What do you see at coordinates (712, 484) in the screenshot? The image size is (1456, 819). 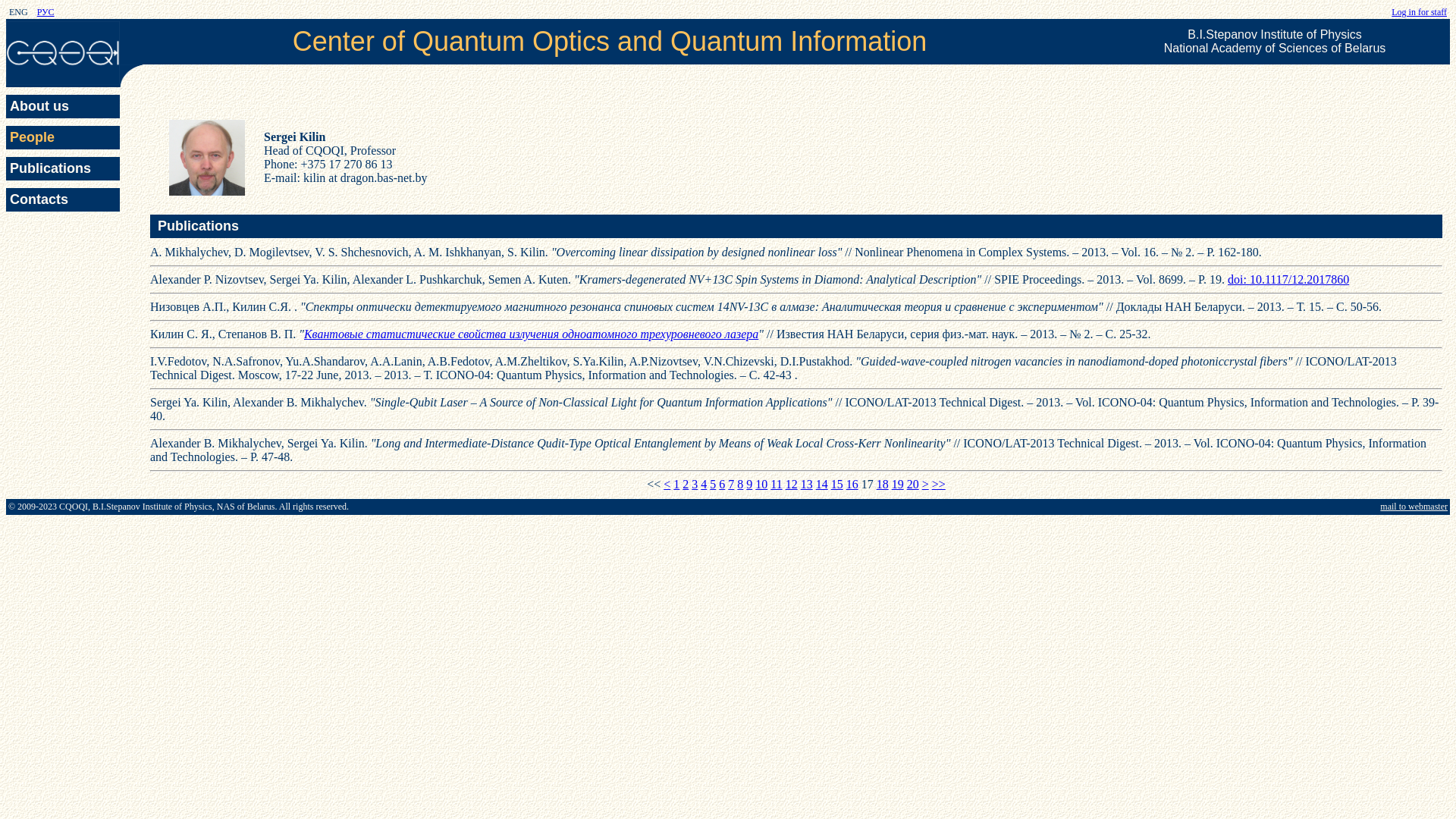 I see `'5'` at bounding box center [712, 484].